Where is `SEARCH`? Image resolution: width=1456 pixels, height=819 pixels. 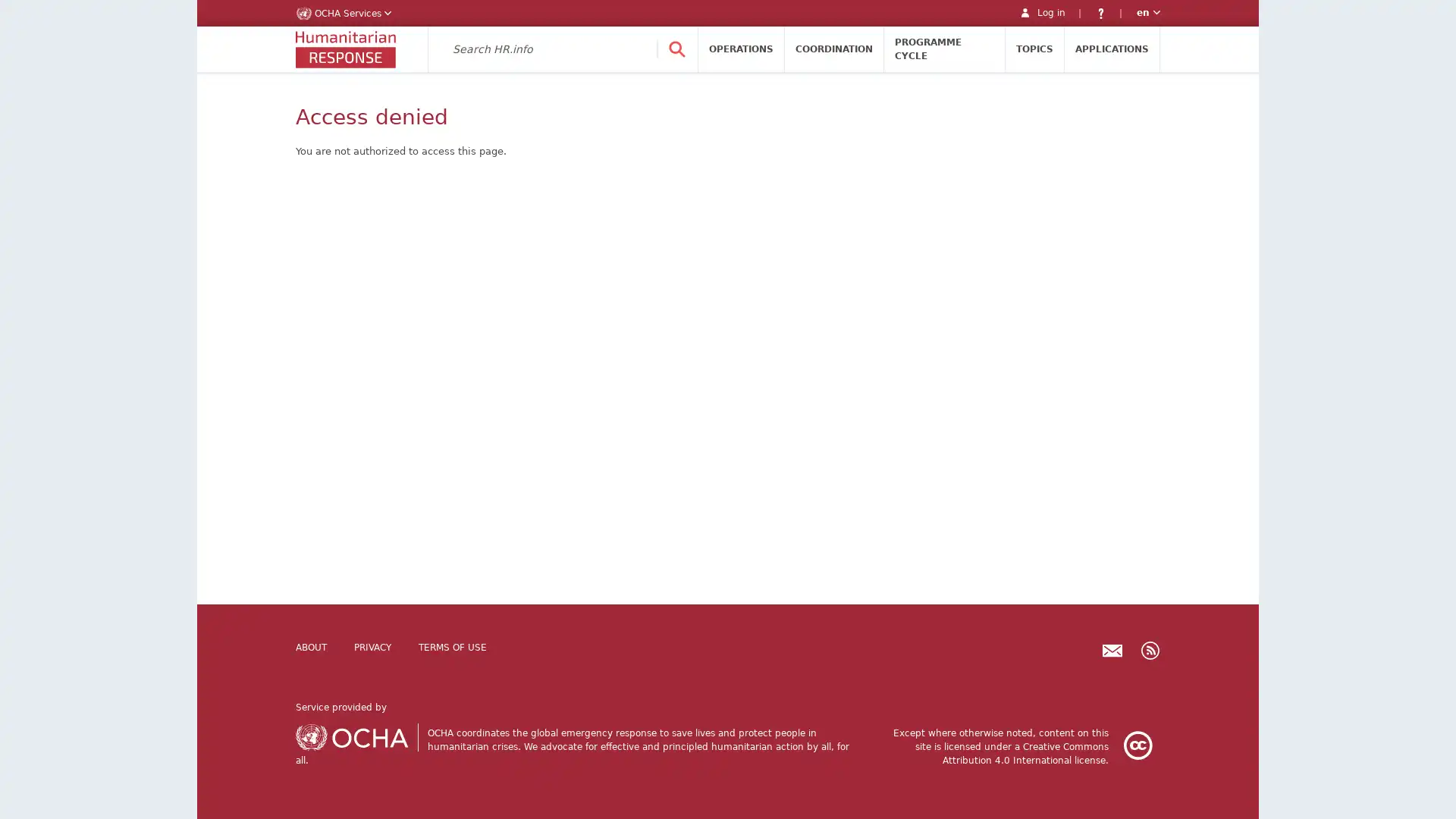 SEARCH is located at coordinates (676, 49).